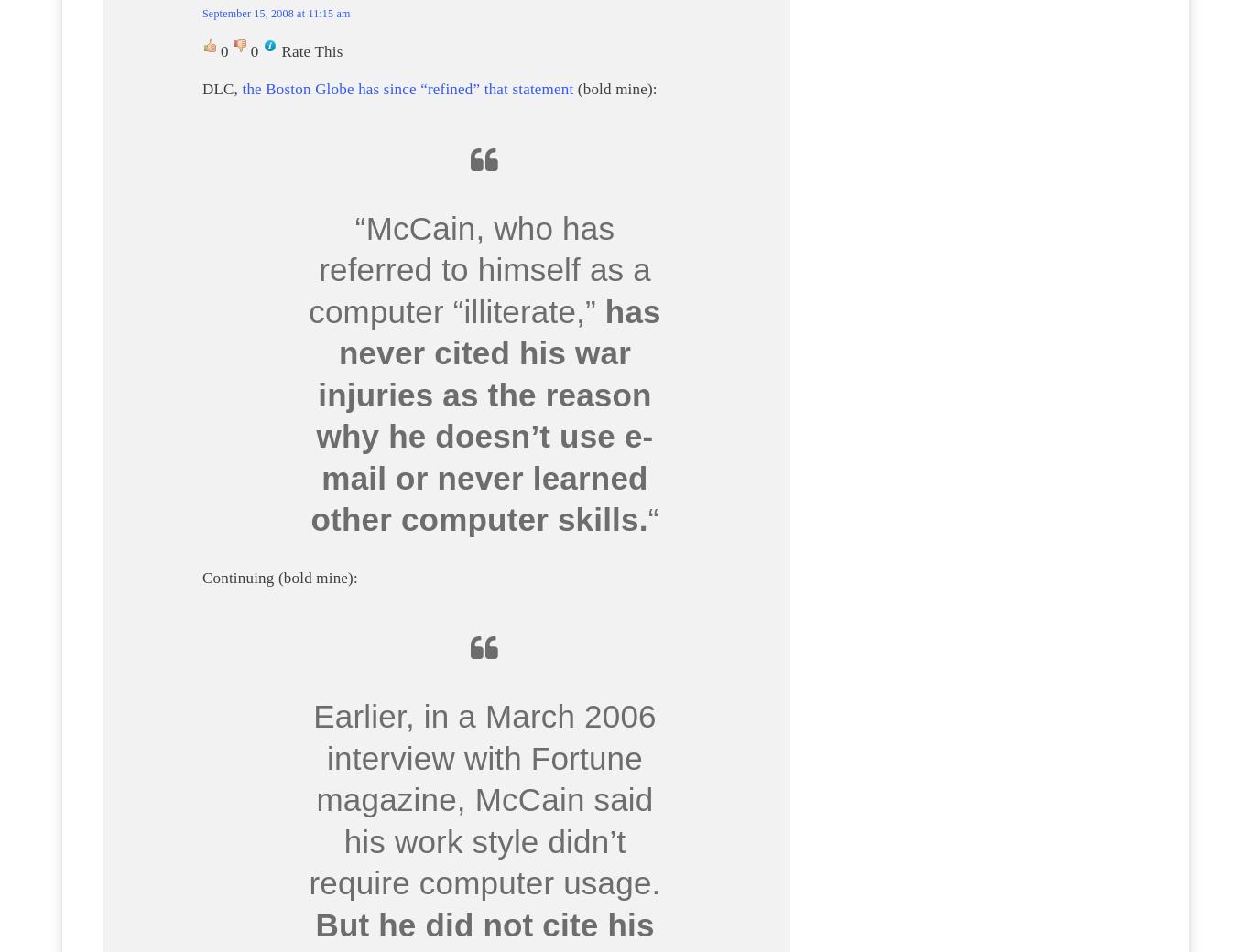 This screenshot has width=1251, height=952. I want to click on '“McCain, who has referred to himself as a computer “illiterate,”', so click(479, 268).